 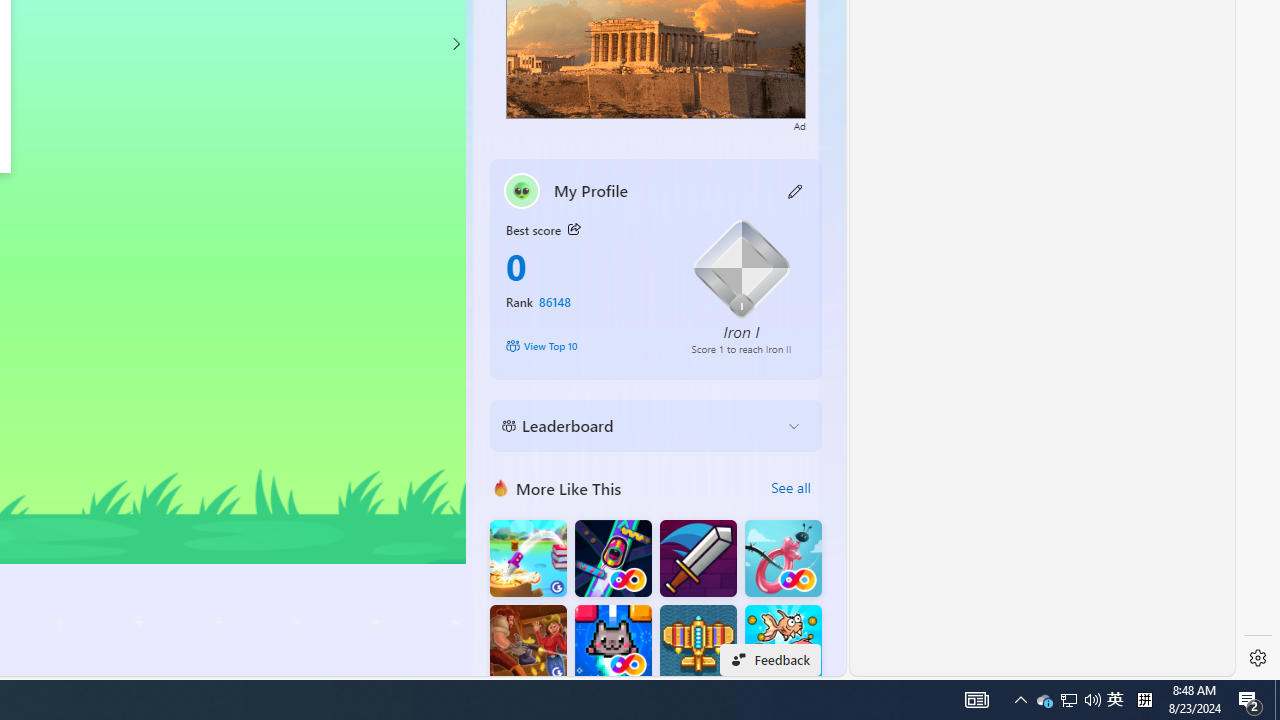 I want to click on 'Balloon FRVR', so click(x=782, y=558).